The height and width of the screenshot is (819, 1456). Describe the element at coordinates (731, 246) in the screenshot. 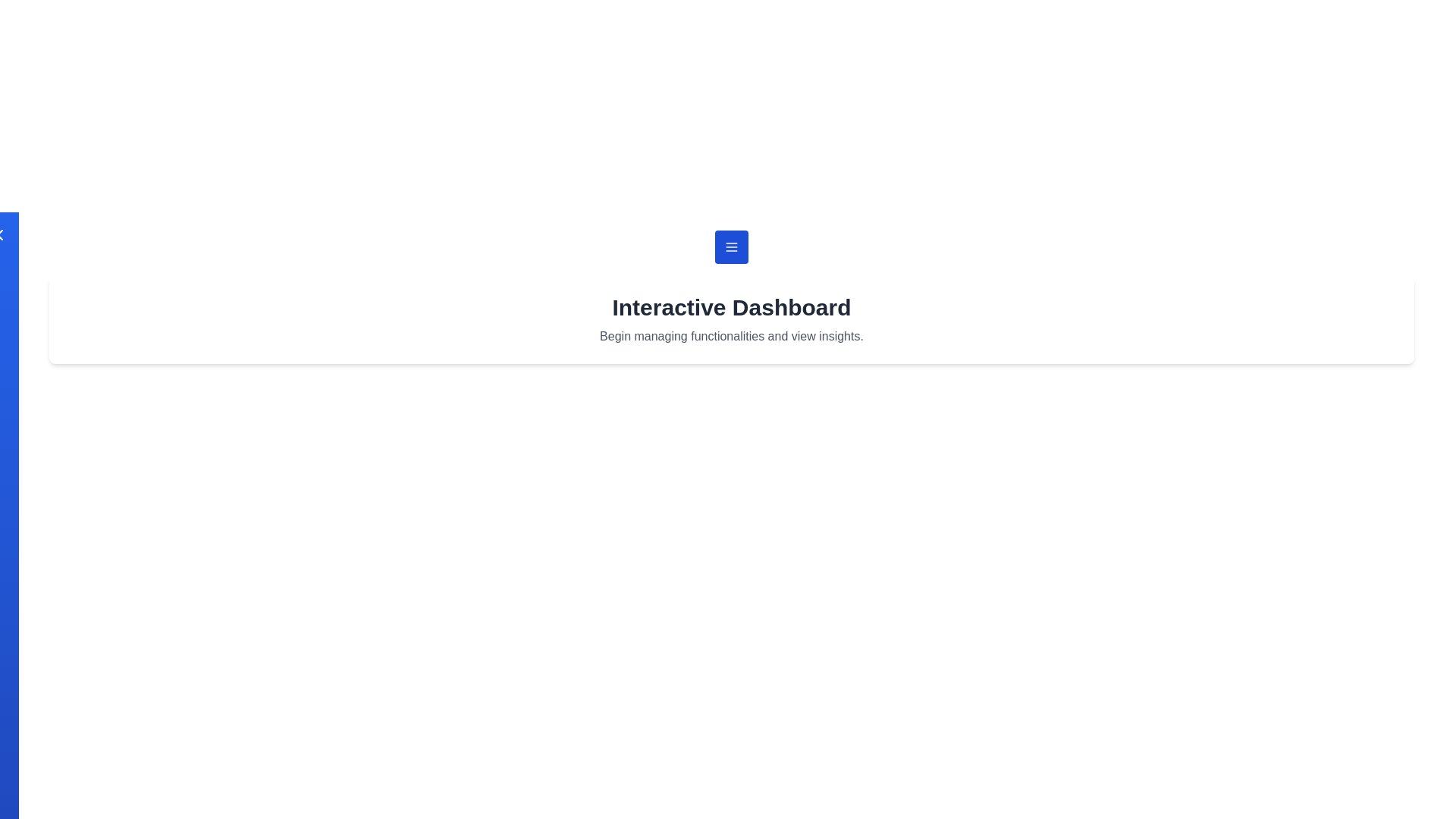

I see `the menu button to open the utility drawer` at that location.